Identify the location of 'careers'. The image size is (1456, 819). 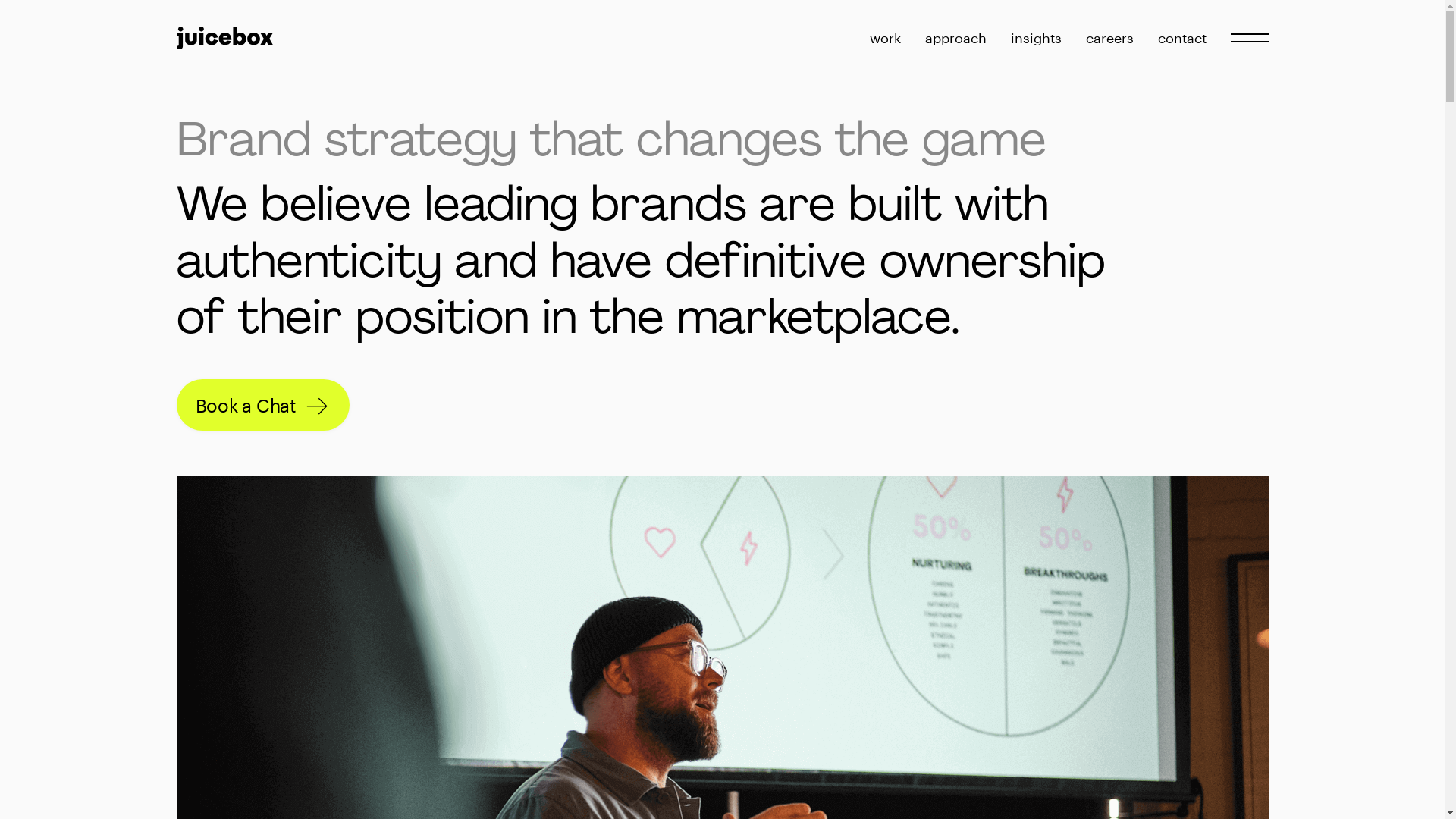
(1109, 36).